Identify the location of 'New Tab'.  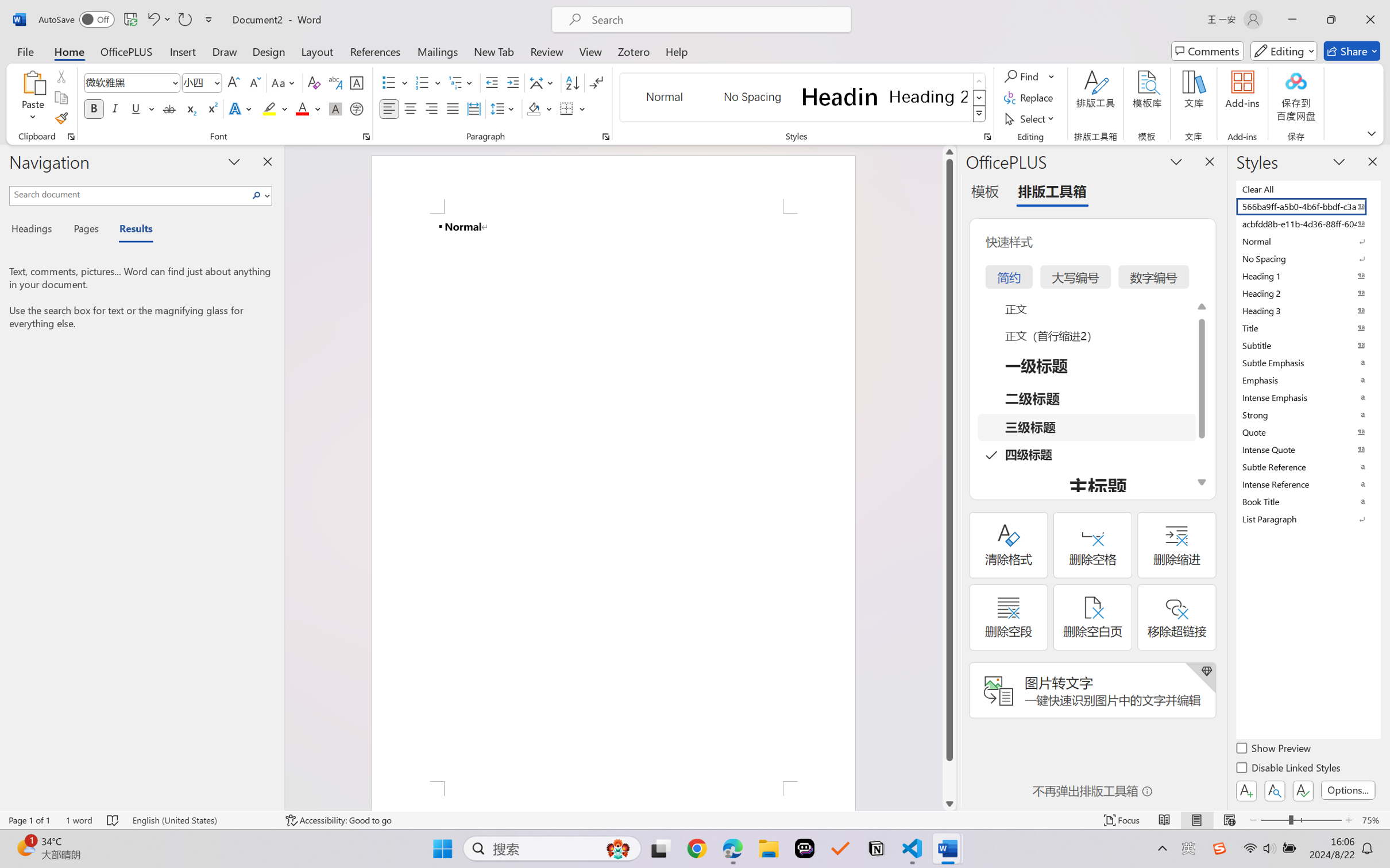
(493, 51).